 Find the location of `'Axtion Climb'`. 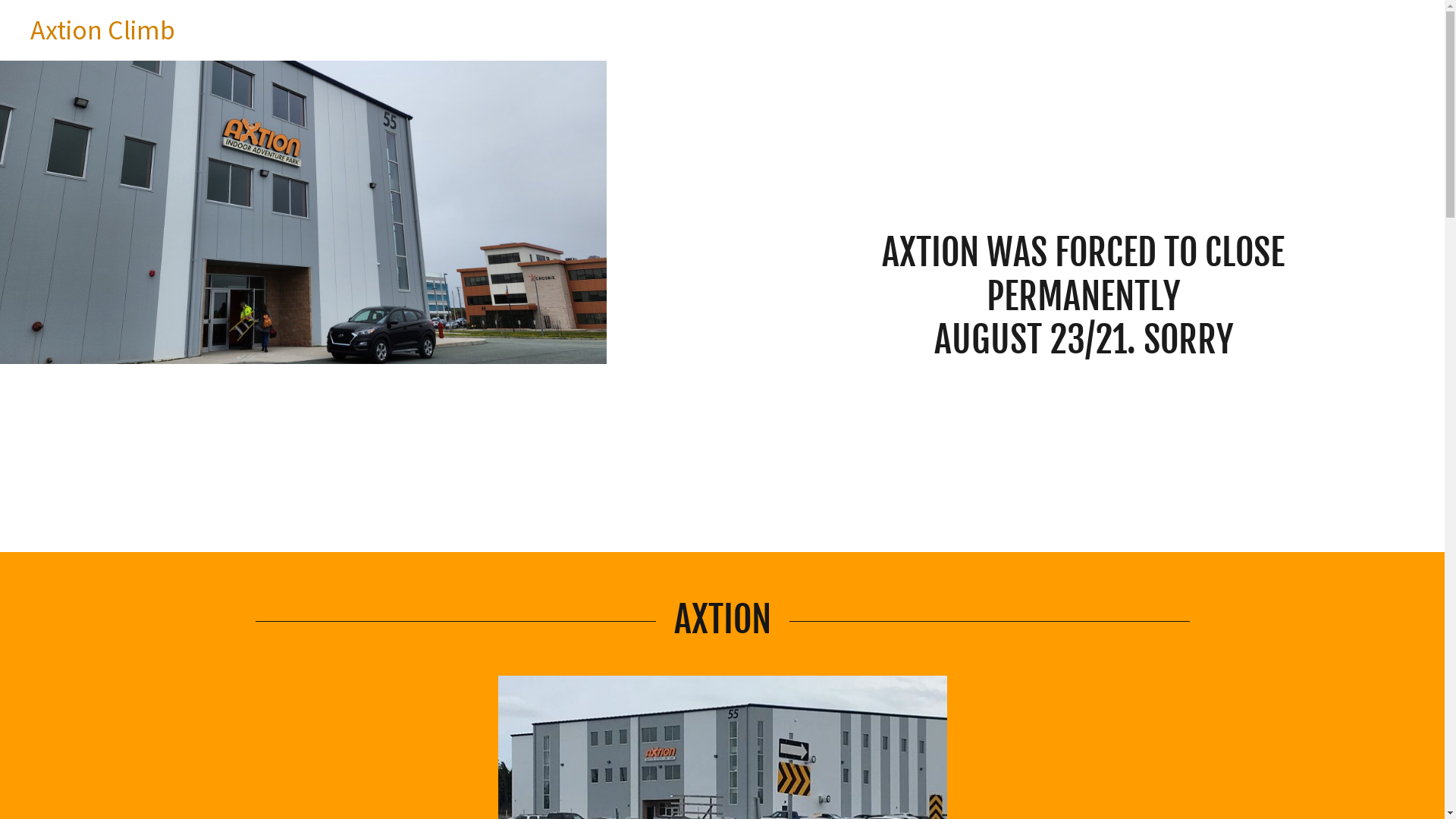

'Axtion Climb' is located at coordinates (102, 34).